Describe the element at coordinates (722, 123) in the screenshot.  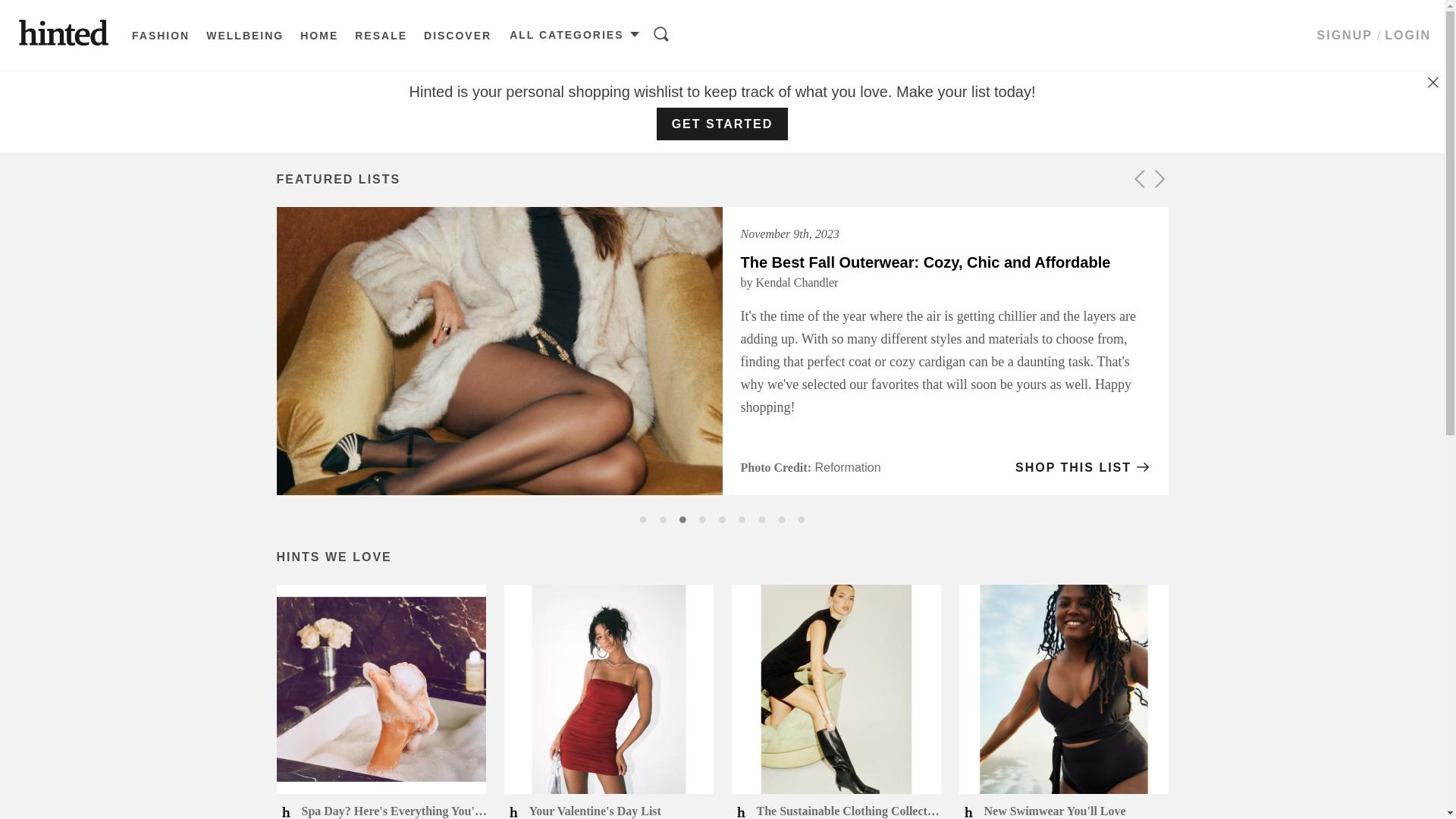
I see `'GET STARTED'` at that location.